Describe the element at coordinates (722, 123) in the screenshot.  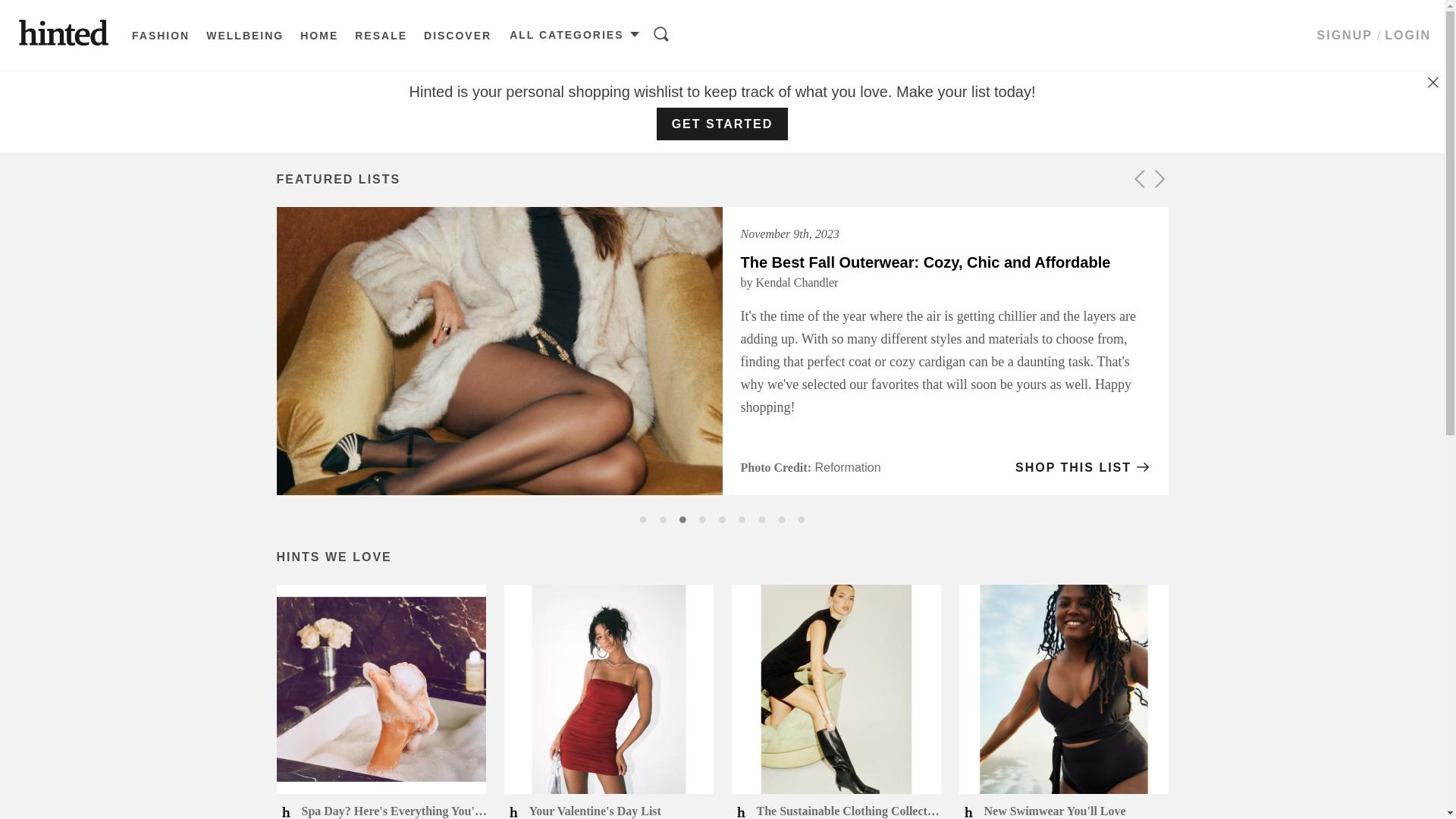
I see `'GET STARTED'` at that location.